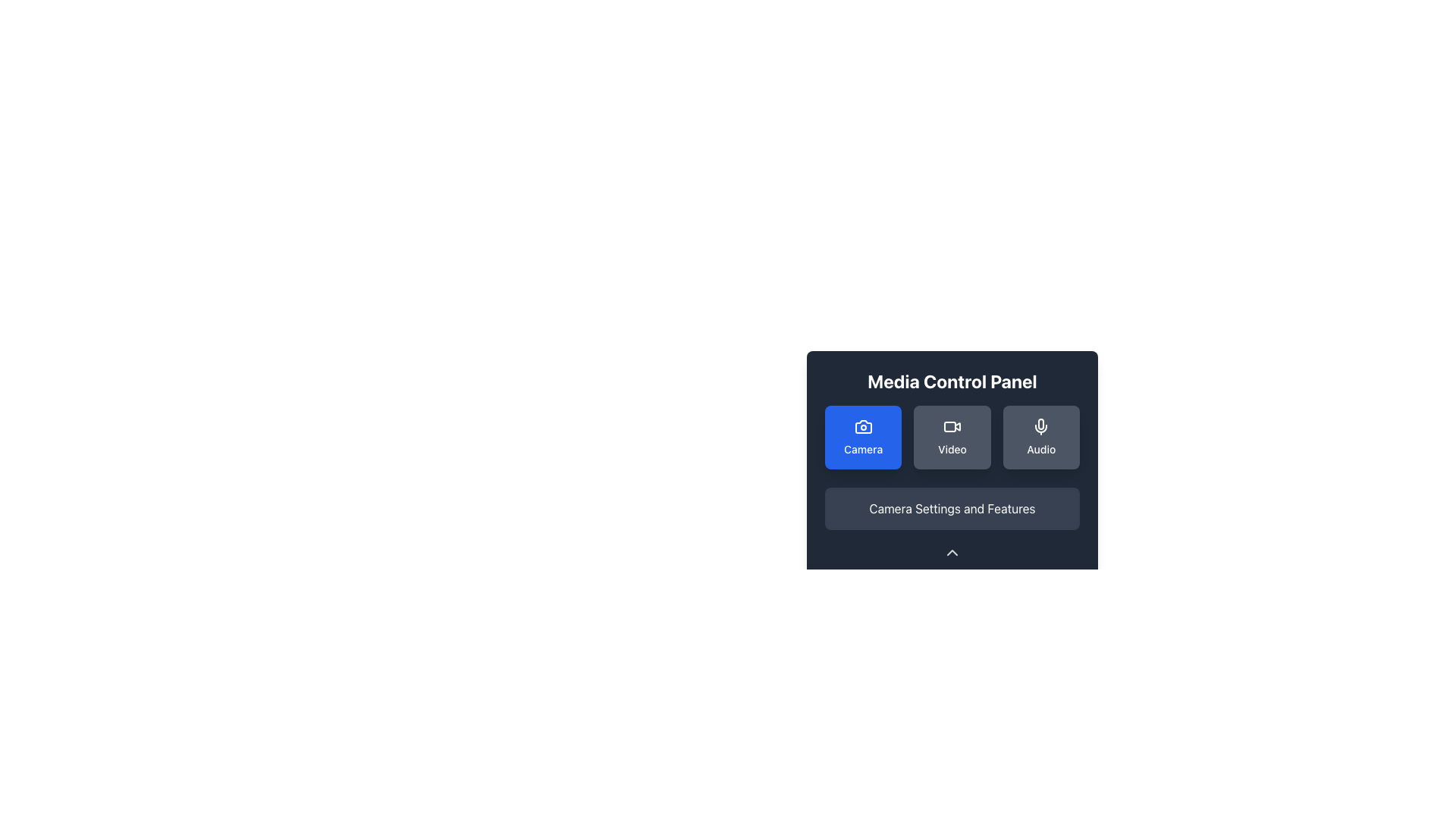  I want to click on the navigation icon located centrally at the bottom of the panel, beneath the 'Camera Settings and Features' section, so click(952, 556).